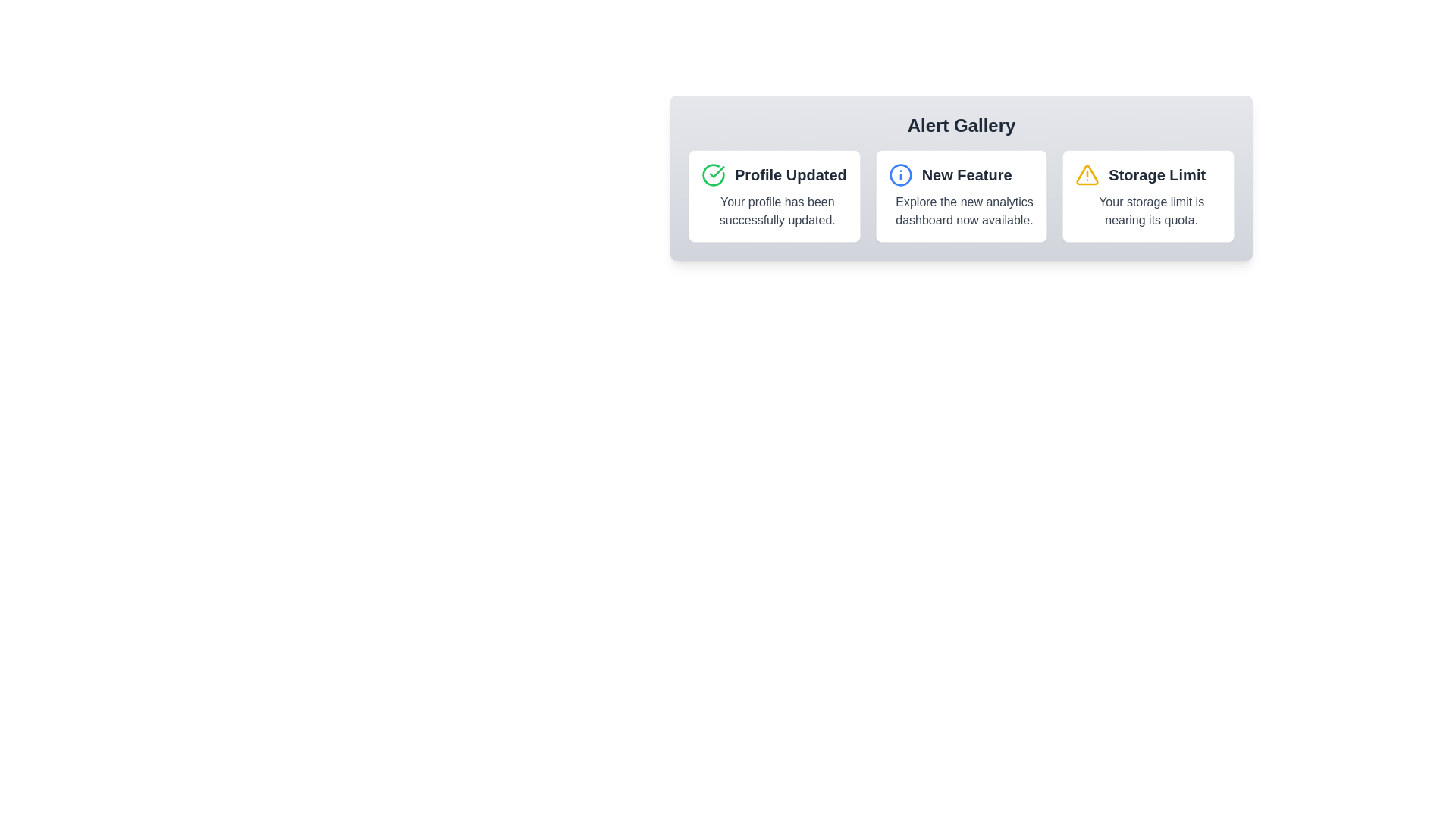  What do you see at coordinates (716, 171) in the screenshot?
I see `the decorative icon in the 'Profile Updated' card in the Alert Gallery section to signify a successful profile update` at bounding box center [716, 171].